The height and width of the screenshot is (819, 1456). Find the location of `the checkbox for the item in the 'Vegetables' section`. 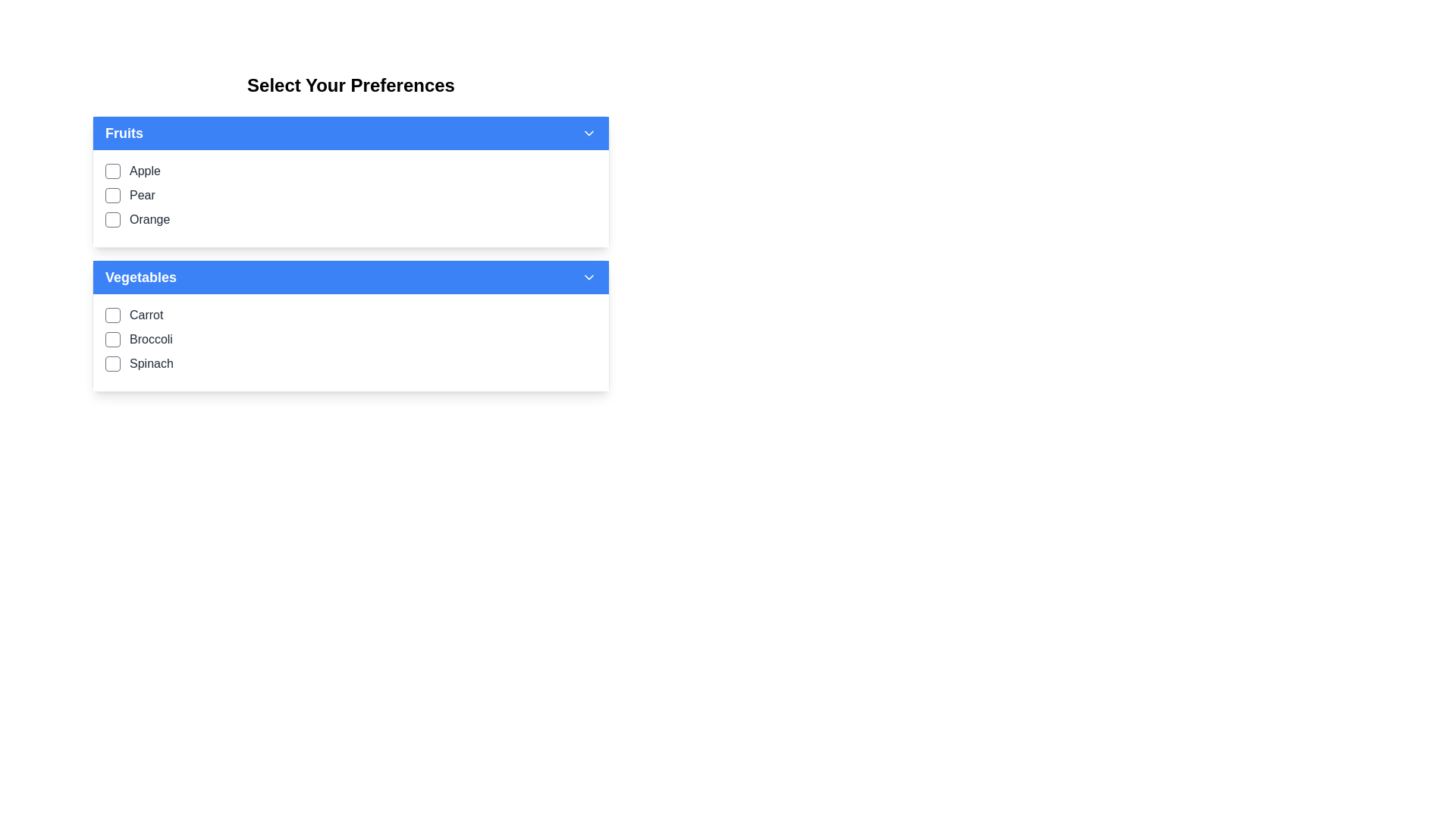

the checkbox for the item in the 'Vegetables' section is located at coordinates (350, 325).